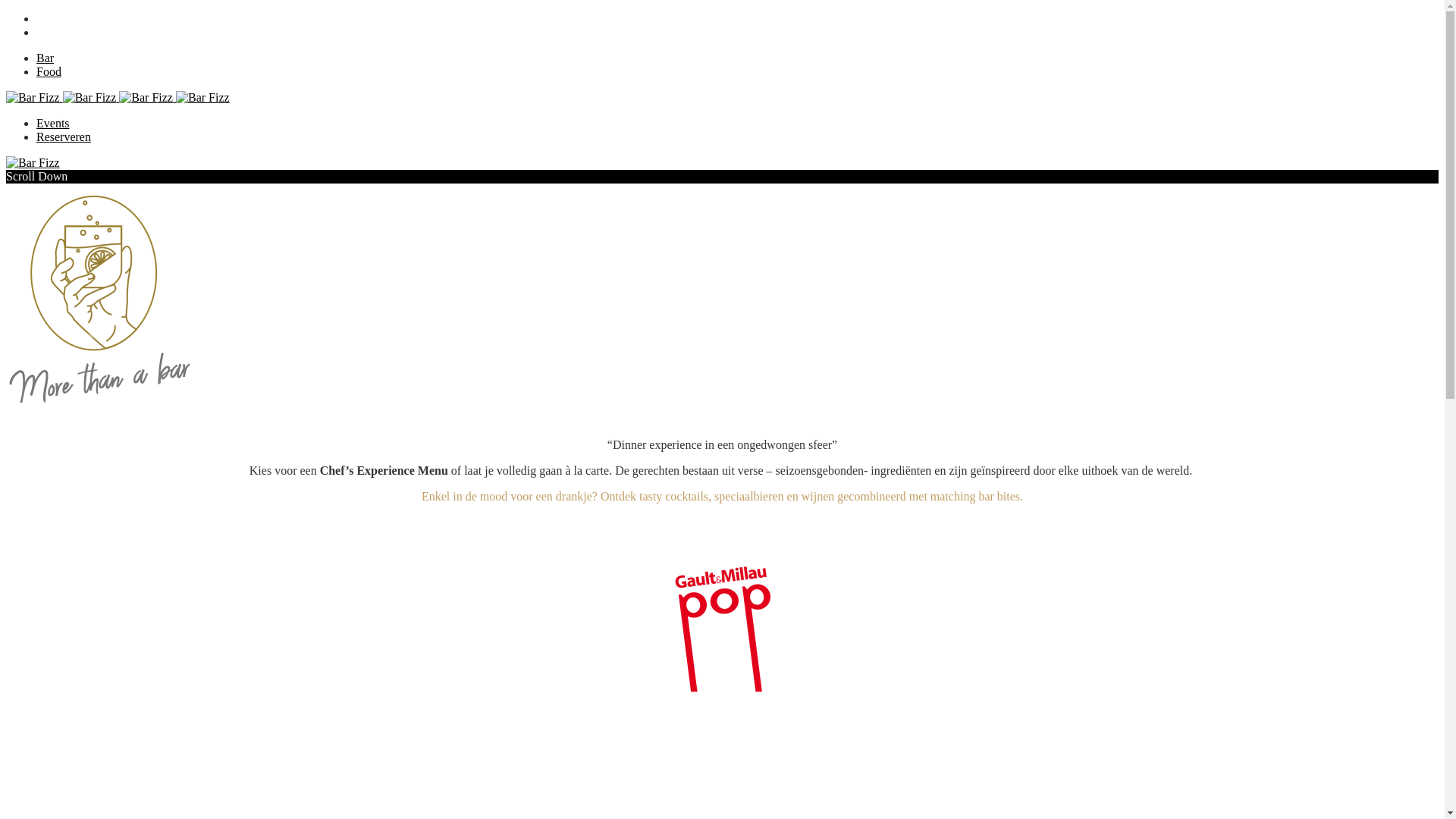 The image size is (1456, 819). What do you see at coordinates (62, 136) in the screenshot?
I see `'Reserveren'` at bounding box center [62, 136].